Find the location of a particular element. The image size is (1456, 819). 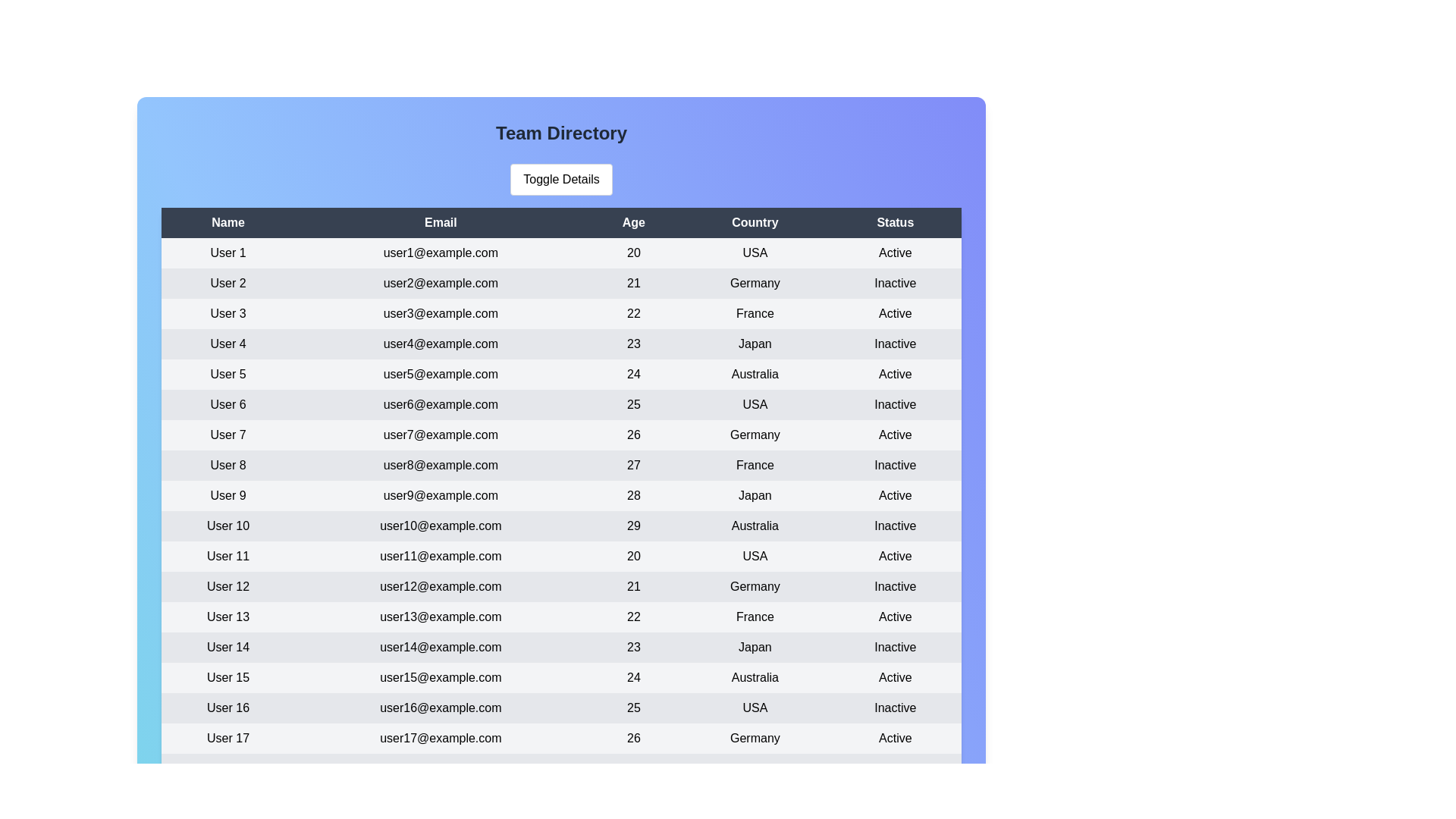

the header Country to sort the table by that column is located at coordinates (754, 222).